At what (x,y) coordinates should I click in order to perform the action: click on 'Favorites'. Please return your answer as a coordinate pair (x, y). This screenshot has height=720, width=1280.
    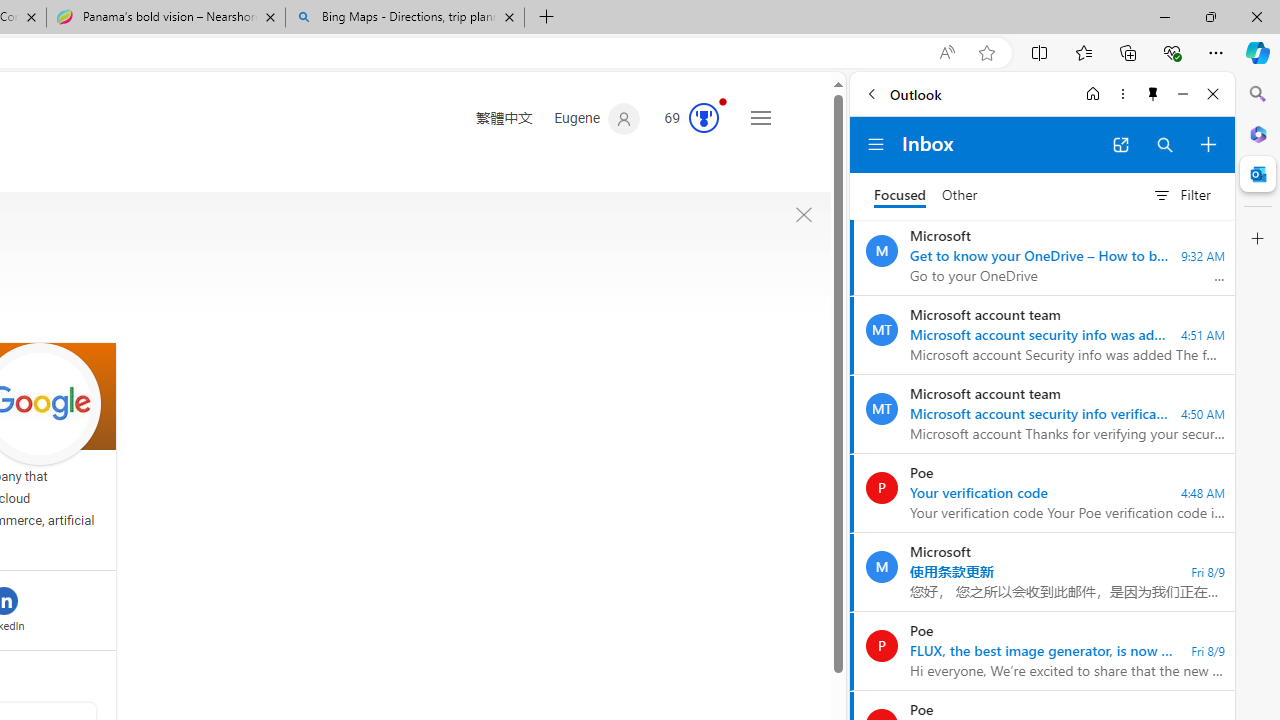
    Looking at the image, I should click on (1082, 51).